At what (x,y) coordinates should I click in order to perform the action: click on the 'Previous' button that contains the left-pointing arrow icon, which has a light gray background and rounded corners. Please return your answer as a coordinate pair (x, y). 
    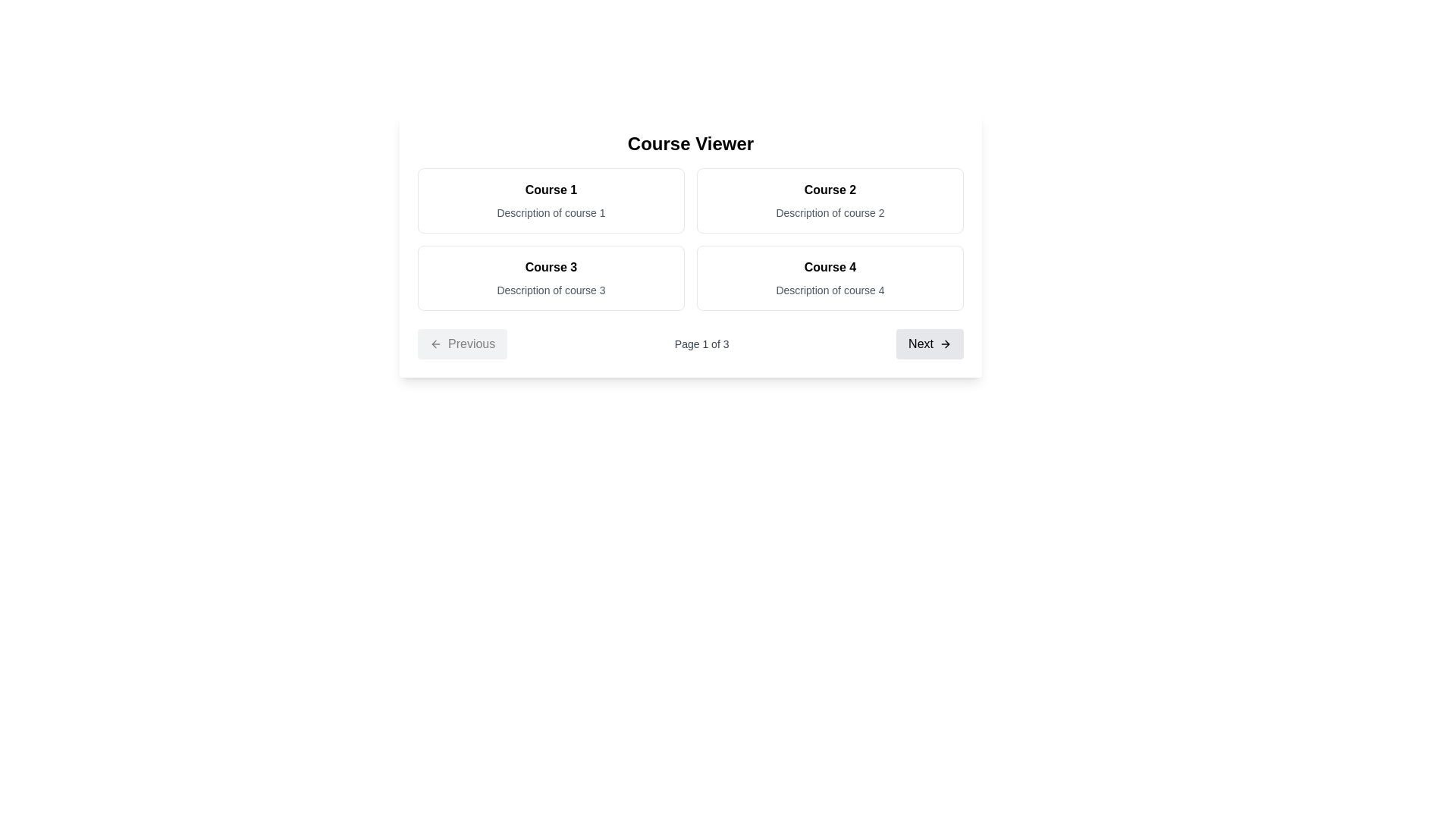
    Looking at the image, I should click on (435, 344).